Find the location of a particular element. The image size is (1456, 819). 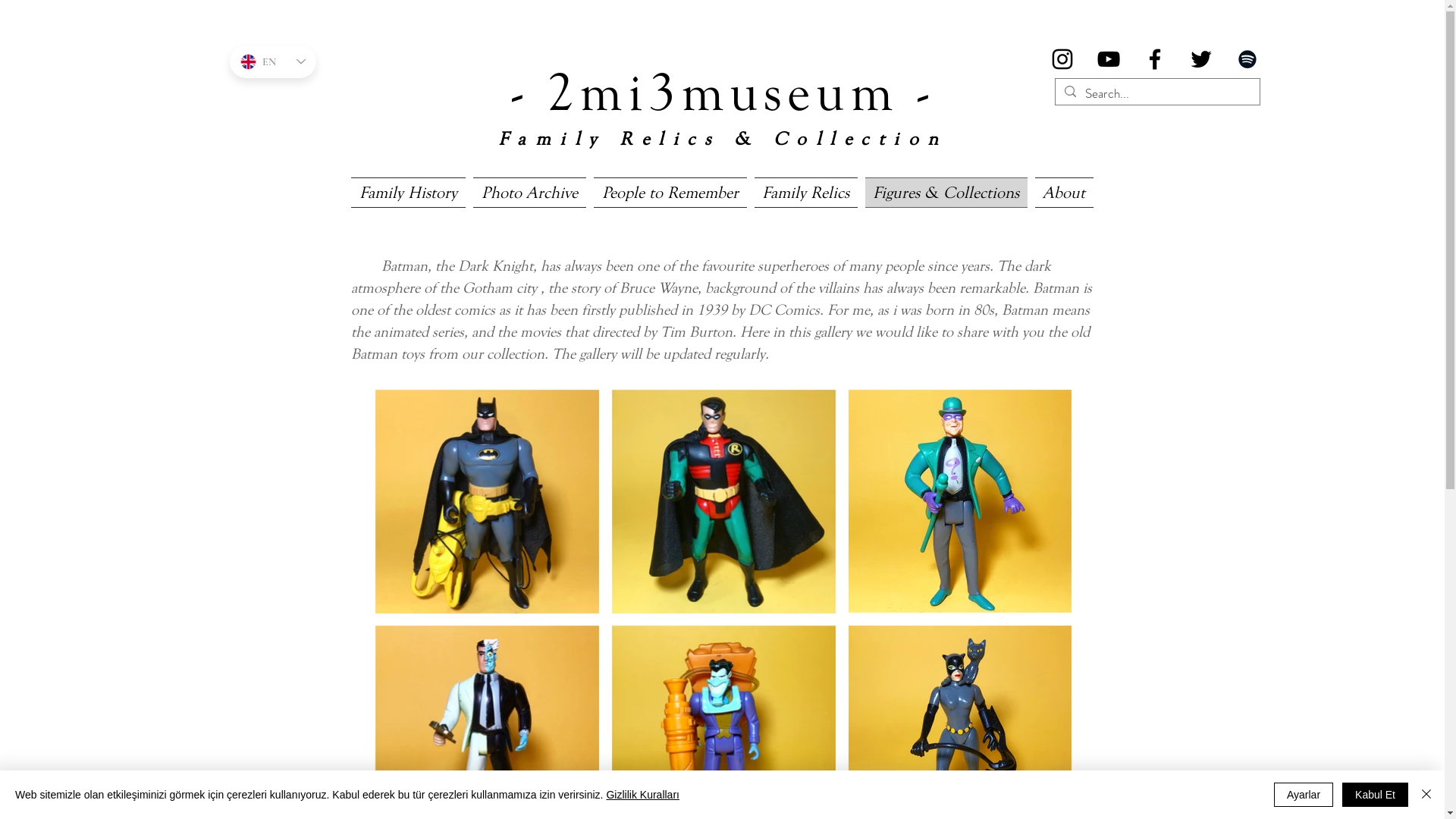

'Ayarlar' is located at coordinates (1302, 794).